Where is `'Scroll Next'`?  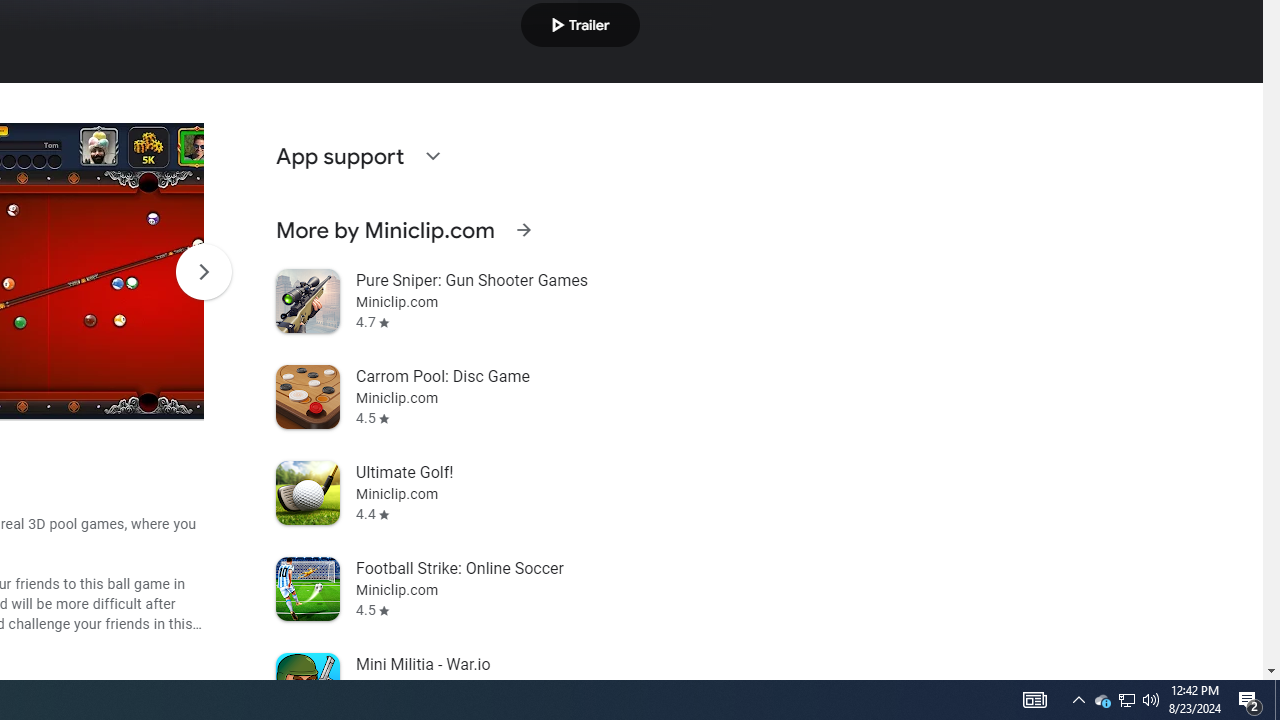
'Scroll Next' is located at coordinates (203, 272).